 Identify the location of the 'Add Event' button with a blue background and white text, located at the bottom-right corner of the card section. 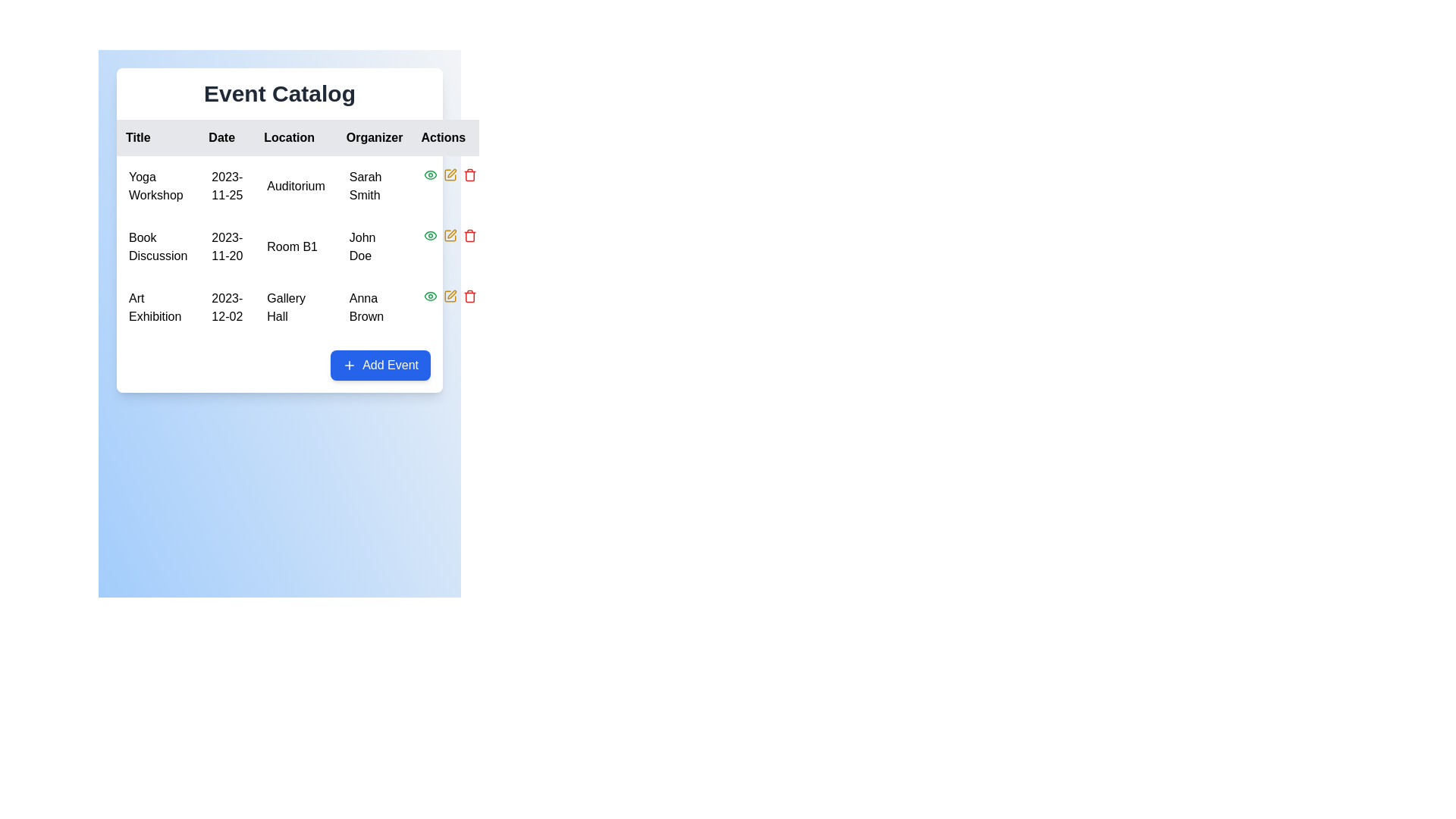
(381, 366).